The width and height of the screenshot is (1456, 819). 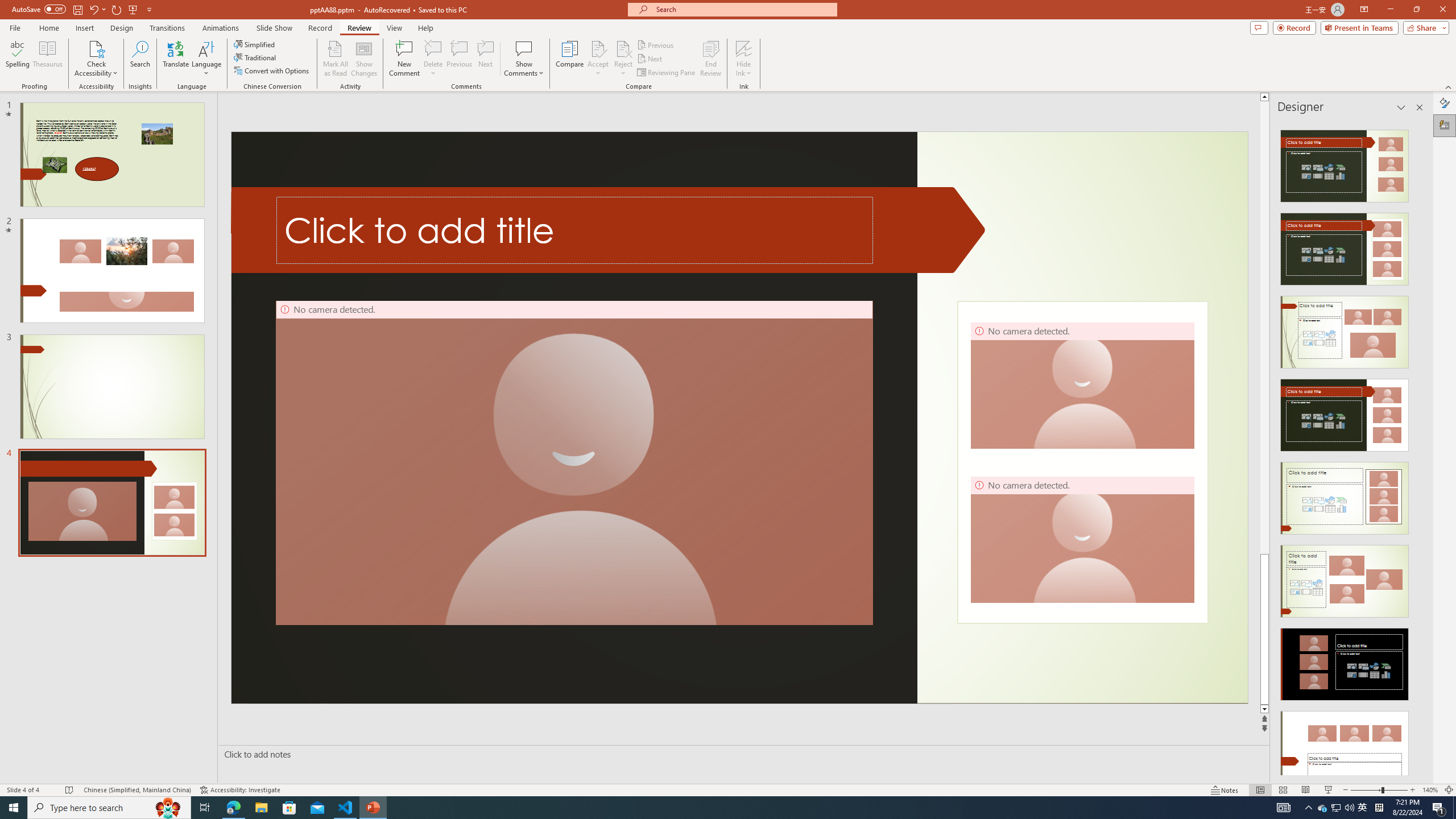 I want to click on 'Recommended Design: Design Idea', so click(x=1345, y=162).